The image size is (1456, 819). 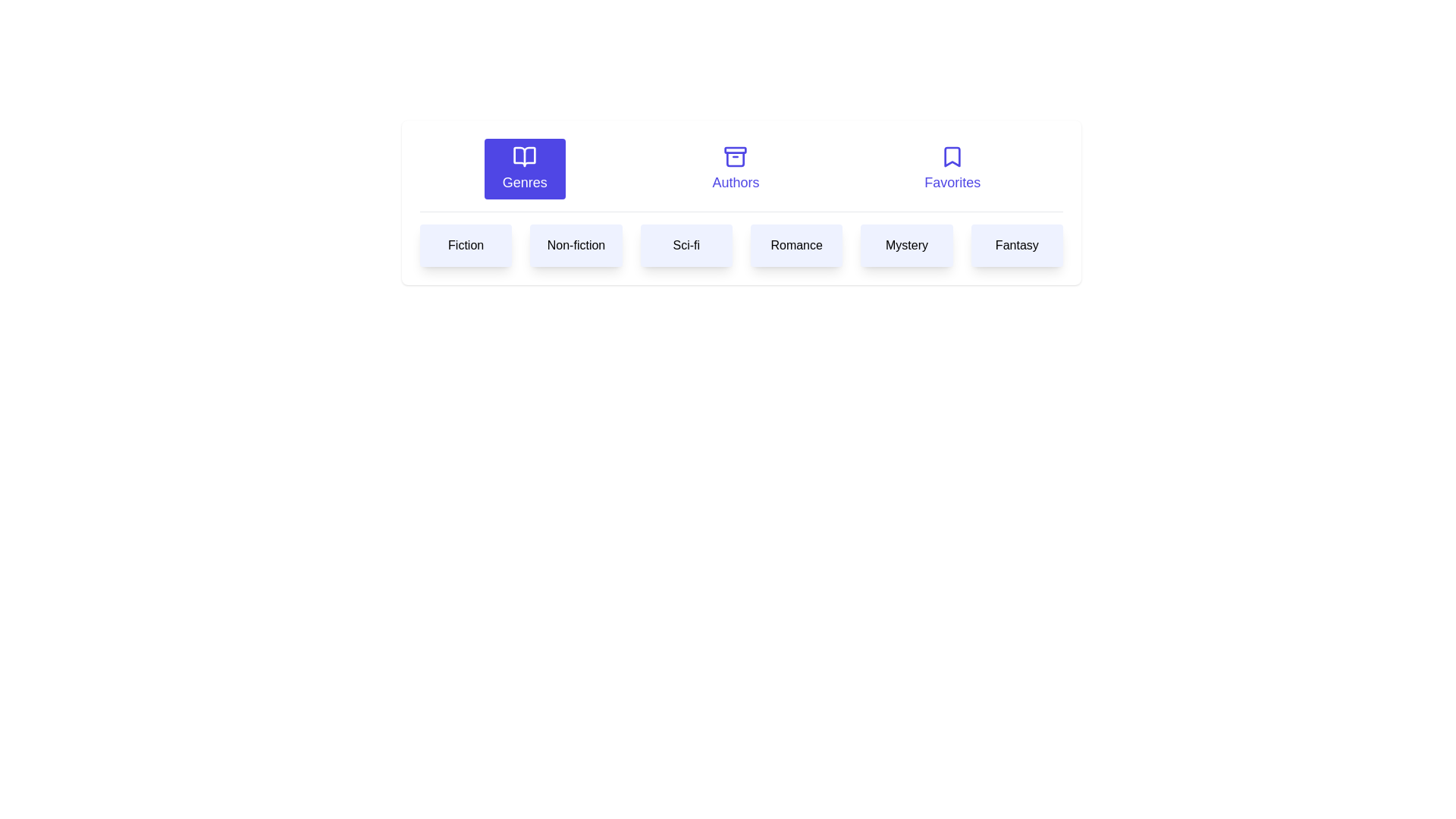 What do you see at coordinates (735, 169) in the screenshot?
I see `the Authors tab by clicking on its header` at bounding box center [735, 169].